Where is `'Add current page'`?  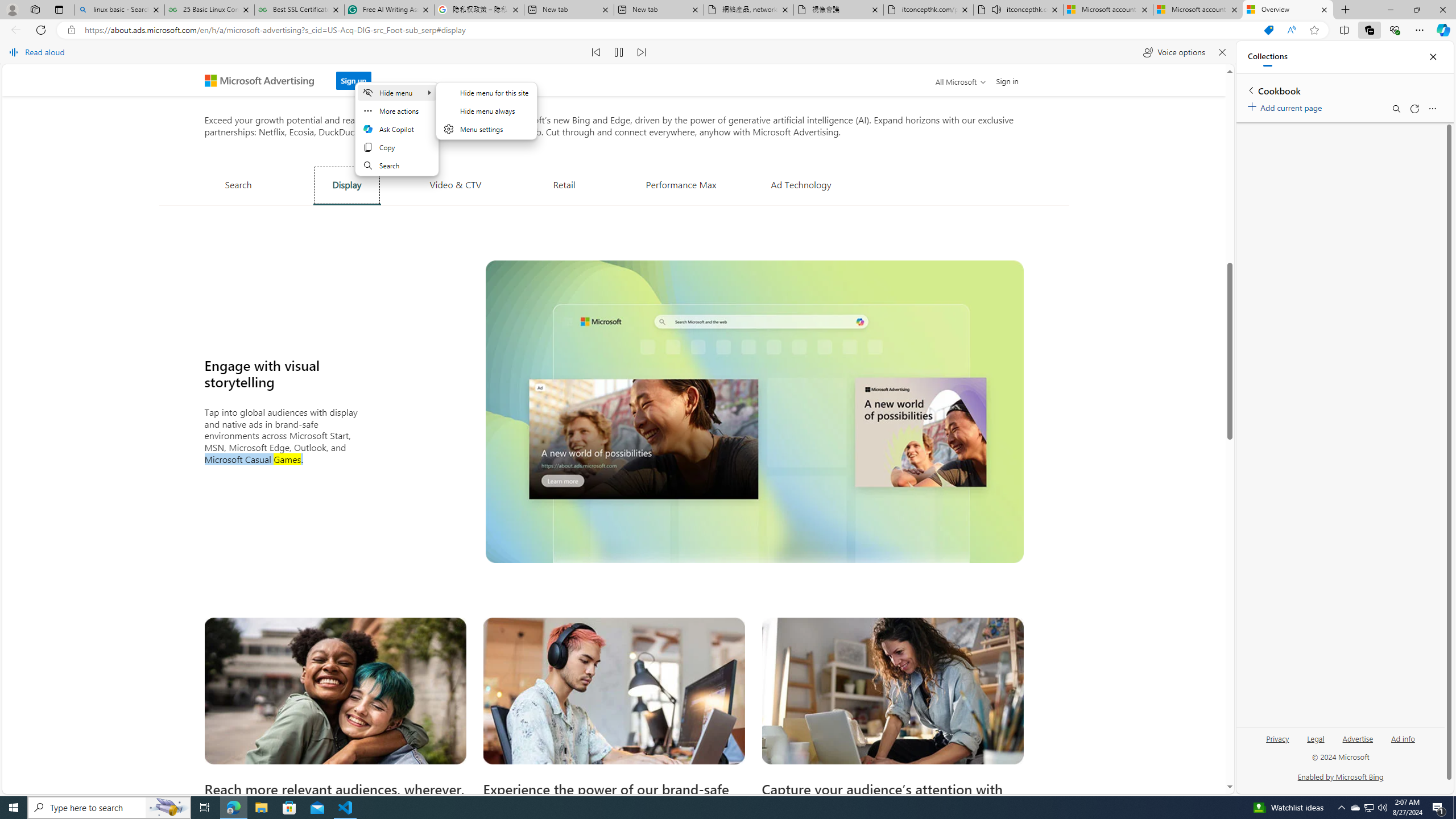 'Add current page' is located at coordinates (1287, 105).